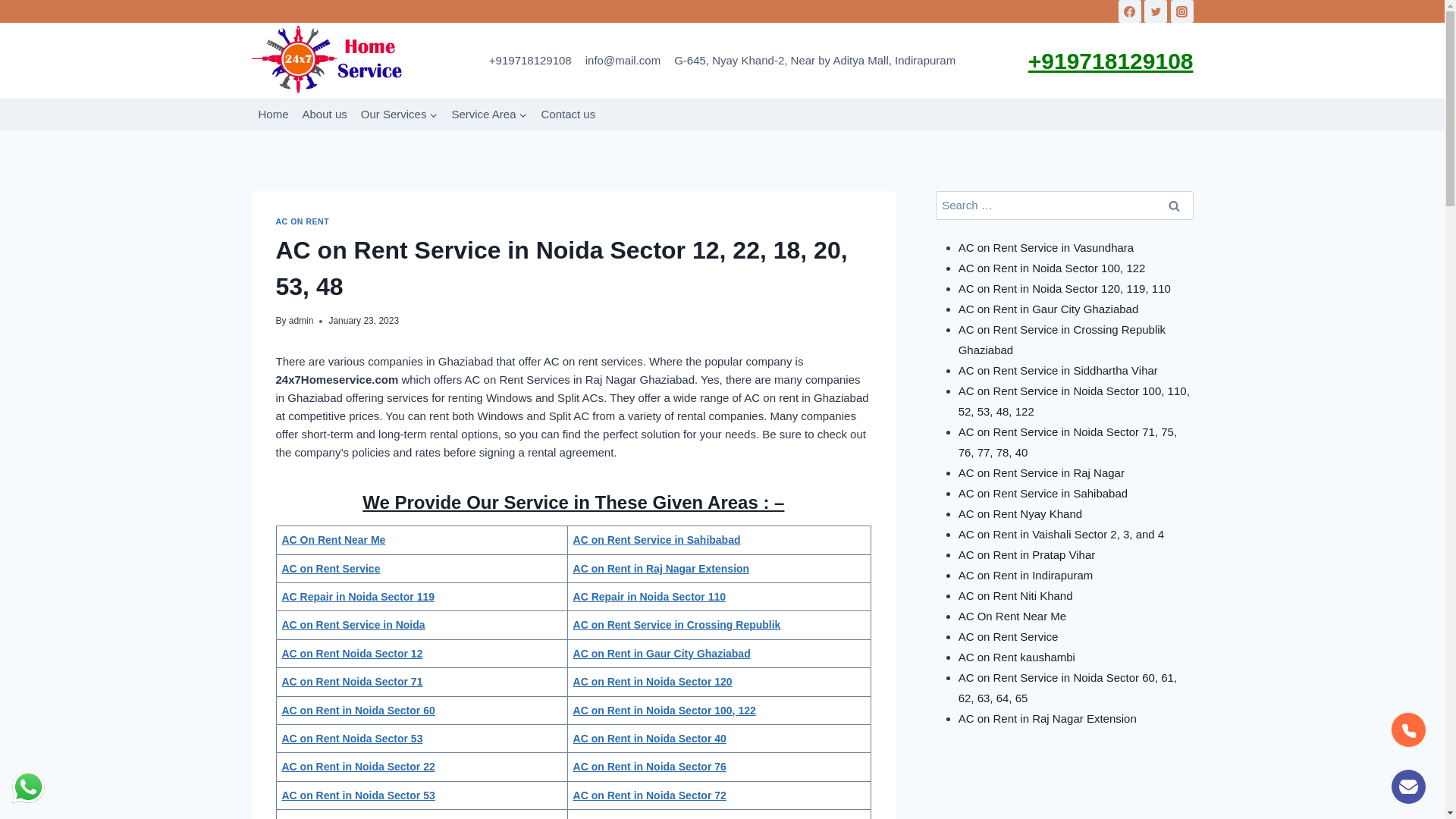  Describe the element at coordinates (661, 568) in the screenshot. I see `'AC on Rent in Raj Nagar Extension'` at that location.